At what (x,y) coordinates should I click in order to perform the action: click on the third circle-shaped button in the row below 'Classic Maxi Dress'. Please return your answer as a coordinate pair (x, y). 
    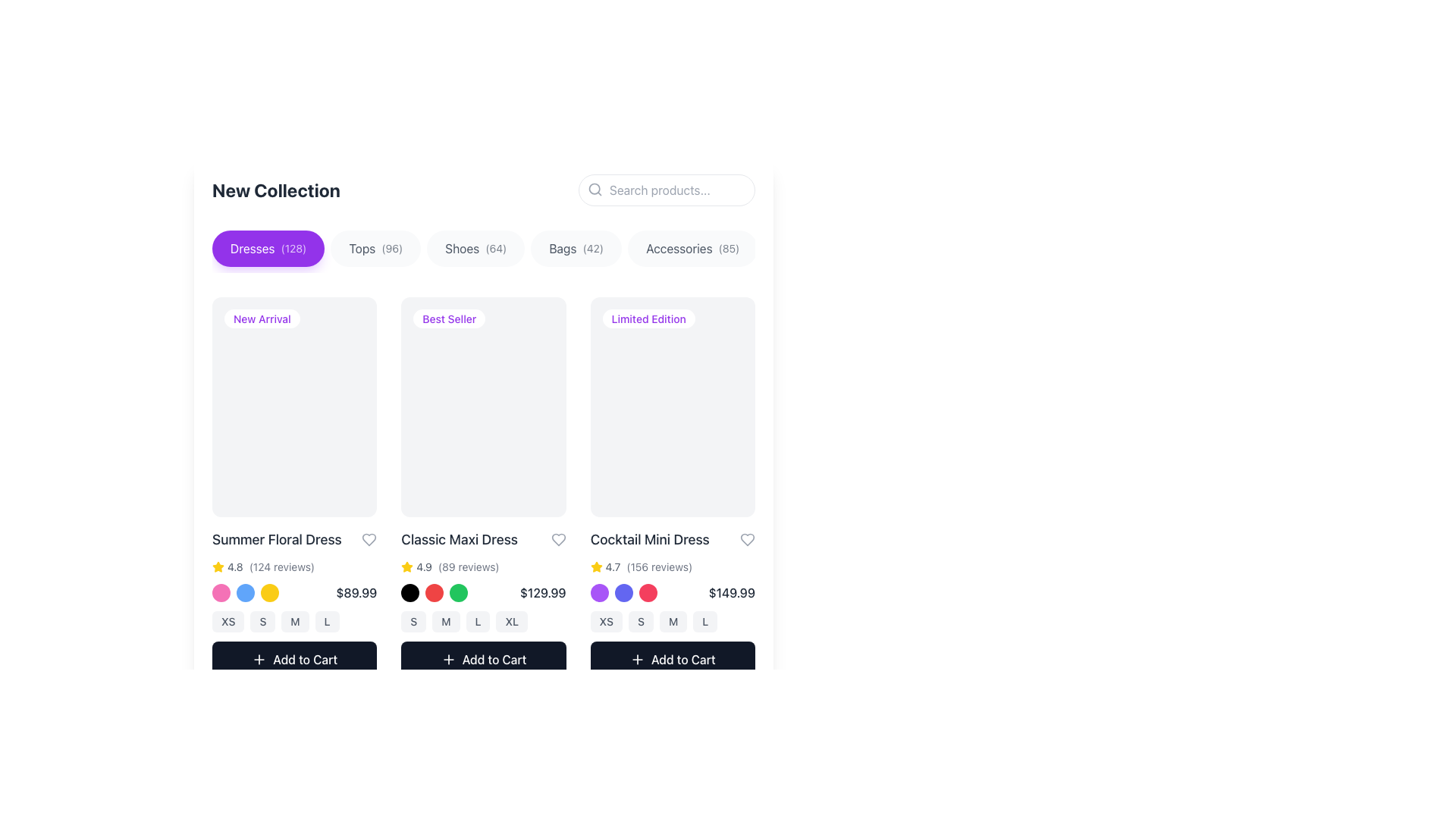
    Looking at the image, I should click on (458, 591).